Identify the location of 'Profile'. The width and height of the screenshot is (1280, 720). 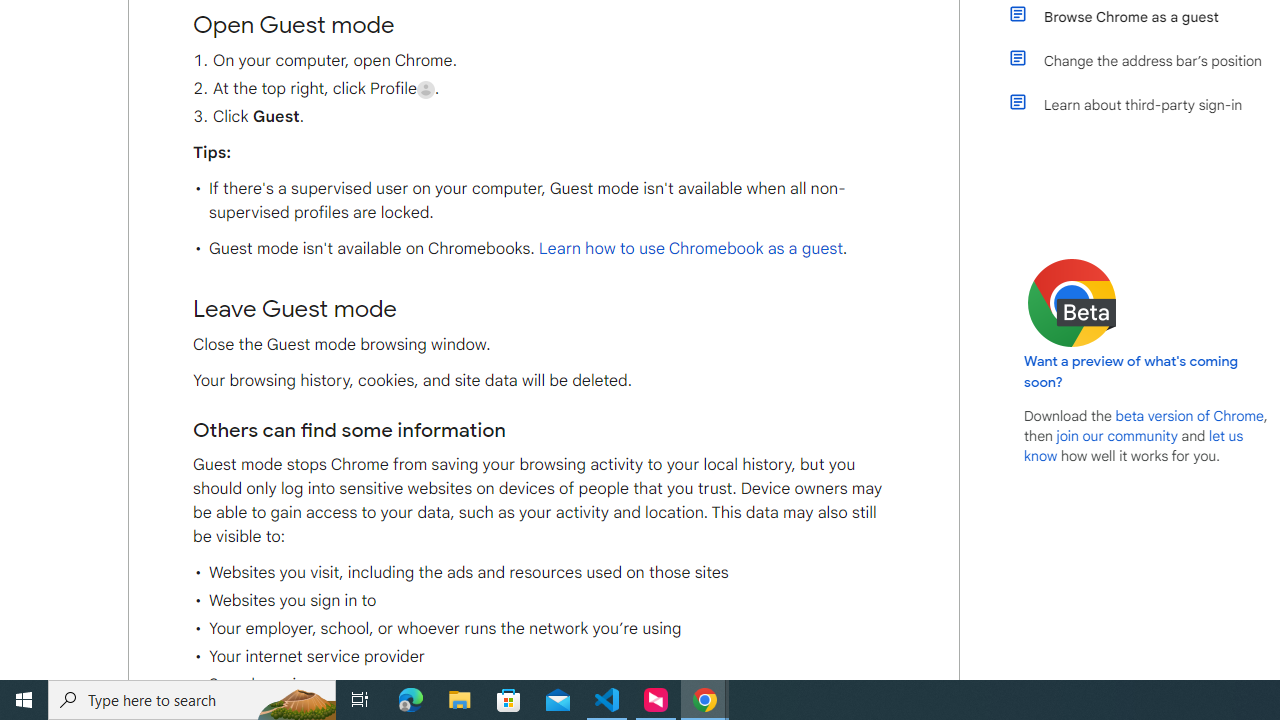
(425, 88).